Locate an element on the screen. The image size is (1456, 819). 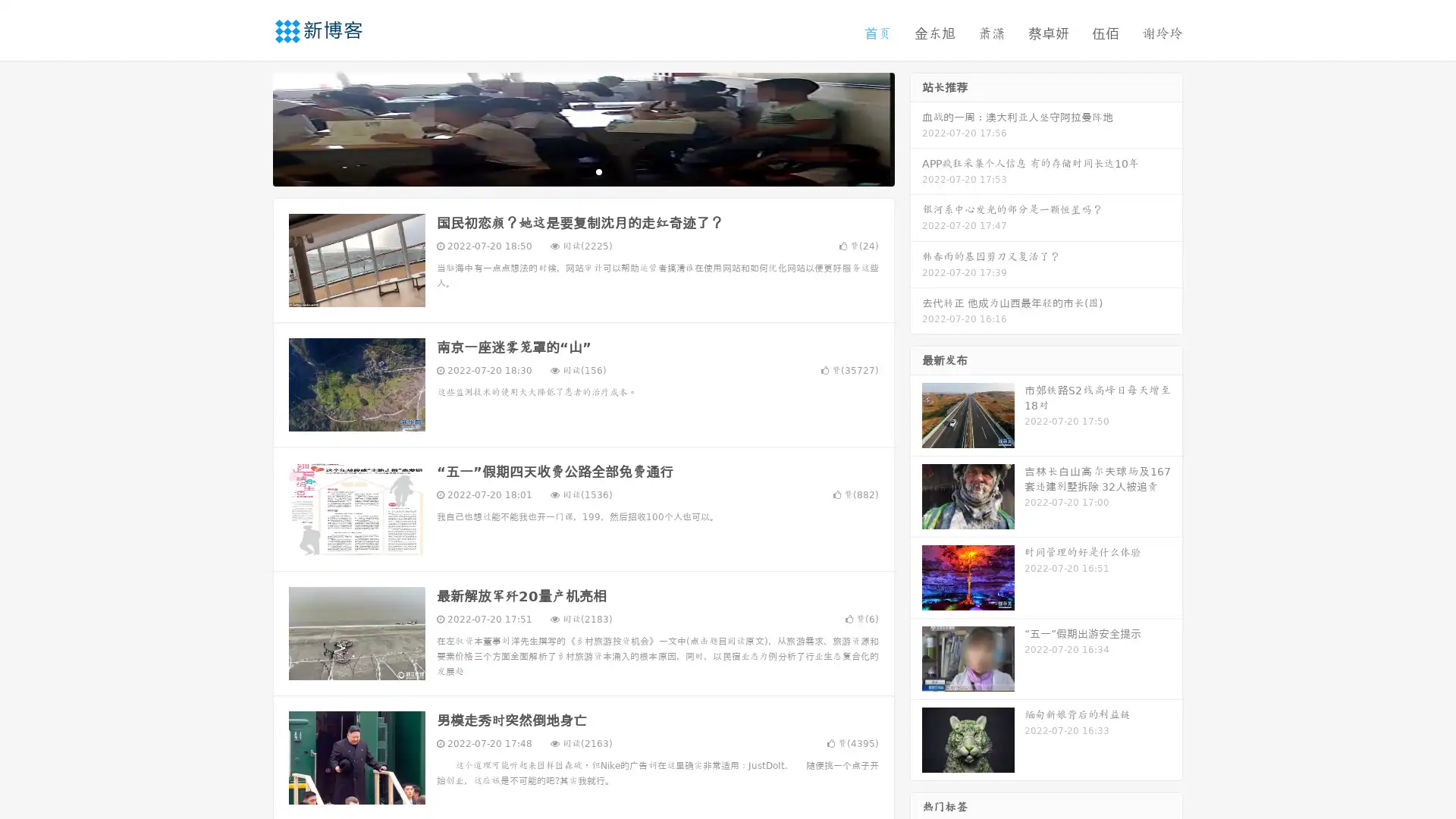
Go to slide 3 is located at coordinates (598, 171).